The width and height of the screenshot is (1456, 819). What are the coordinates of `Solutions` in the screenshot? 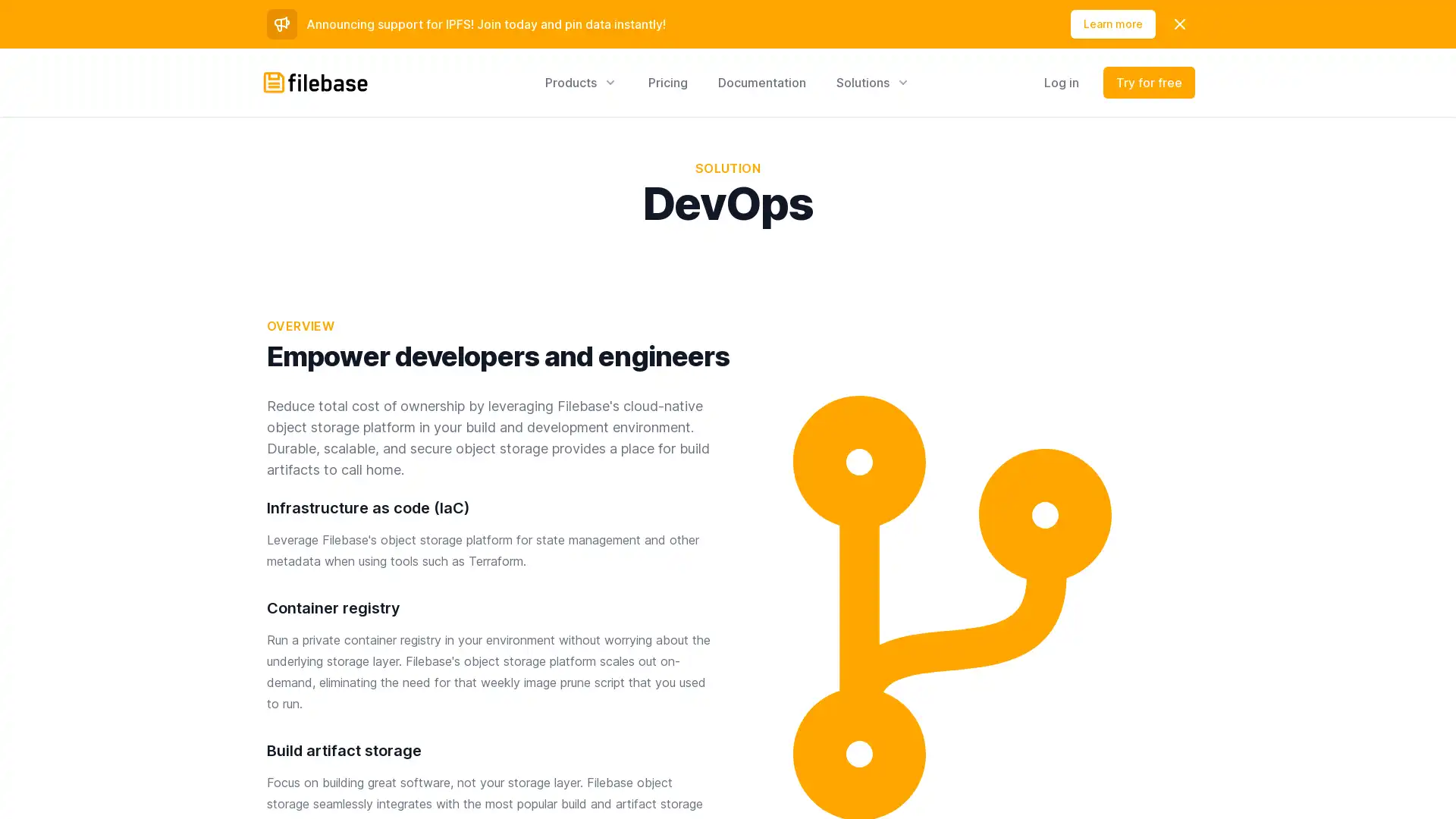 It's located at (874, 82).